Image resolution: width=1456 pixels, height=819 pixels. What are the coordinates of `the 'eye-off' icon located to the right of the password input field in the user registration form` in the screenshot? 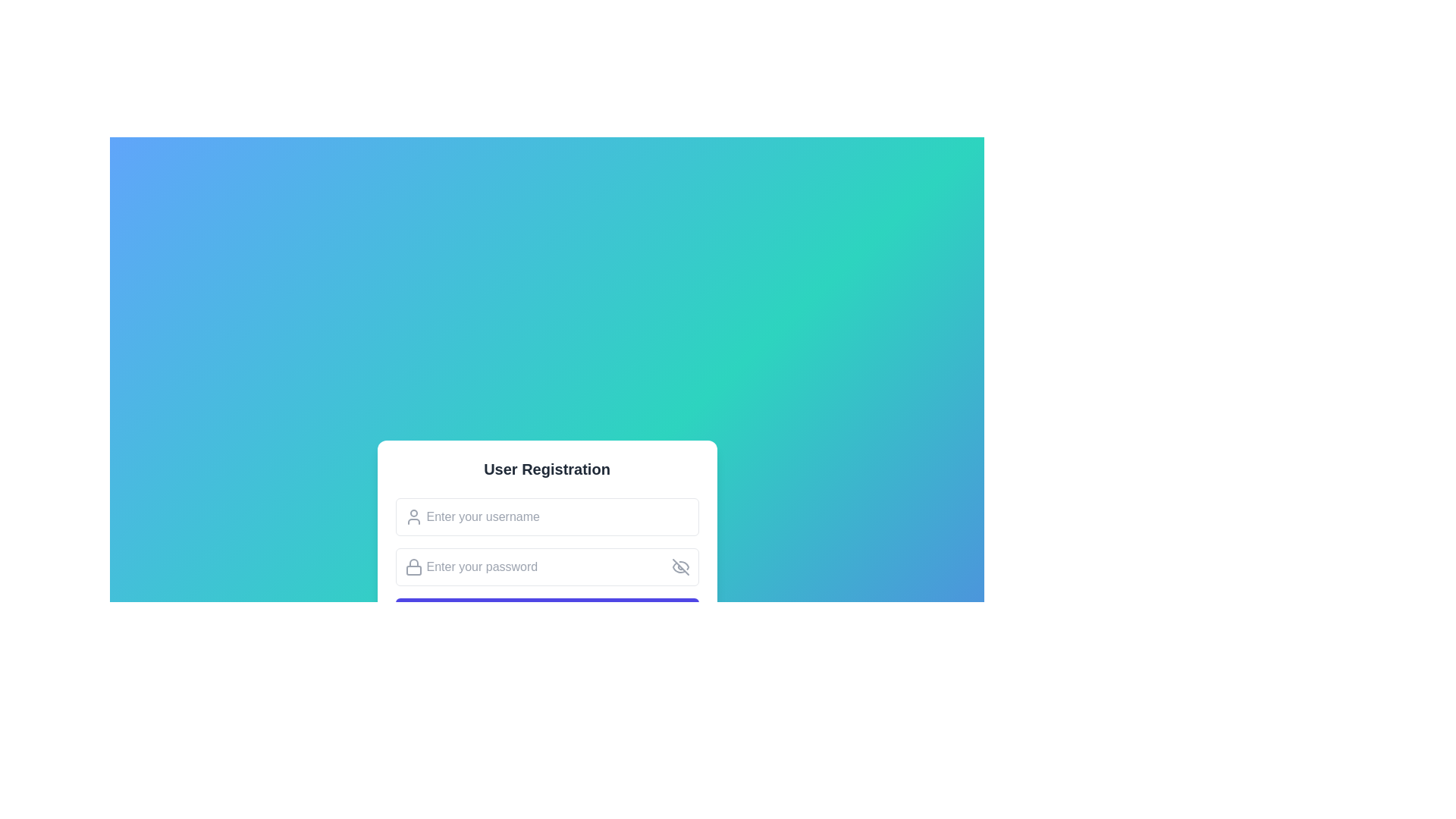 It's located at (679, 567).